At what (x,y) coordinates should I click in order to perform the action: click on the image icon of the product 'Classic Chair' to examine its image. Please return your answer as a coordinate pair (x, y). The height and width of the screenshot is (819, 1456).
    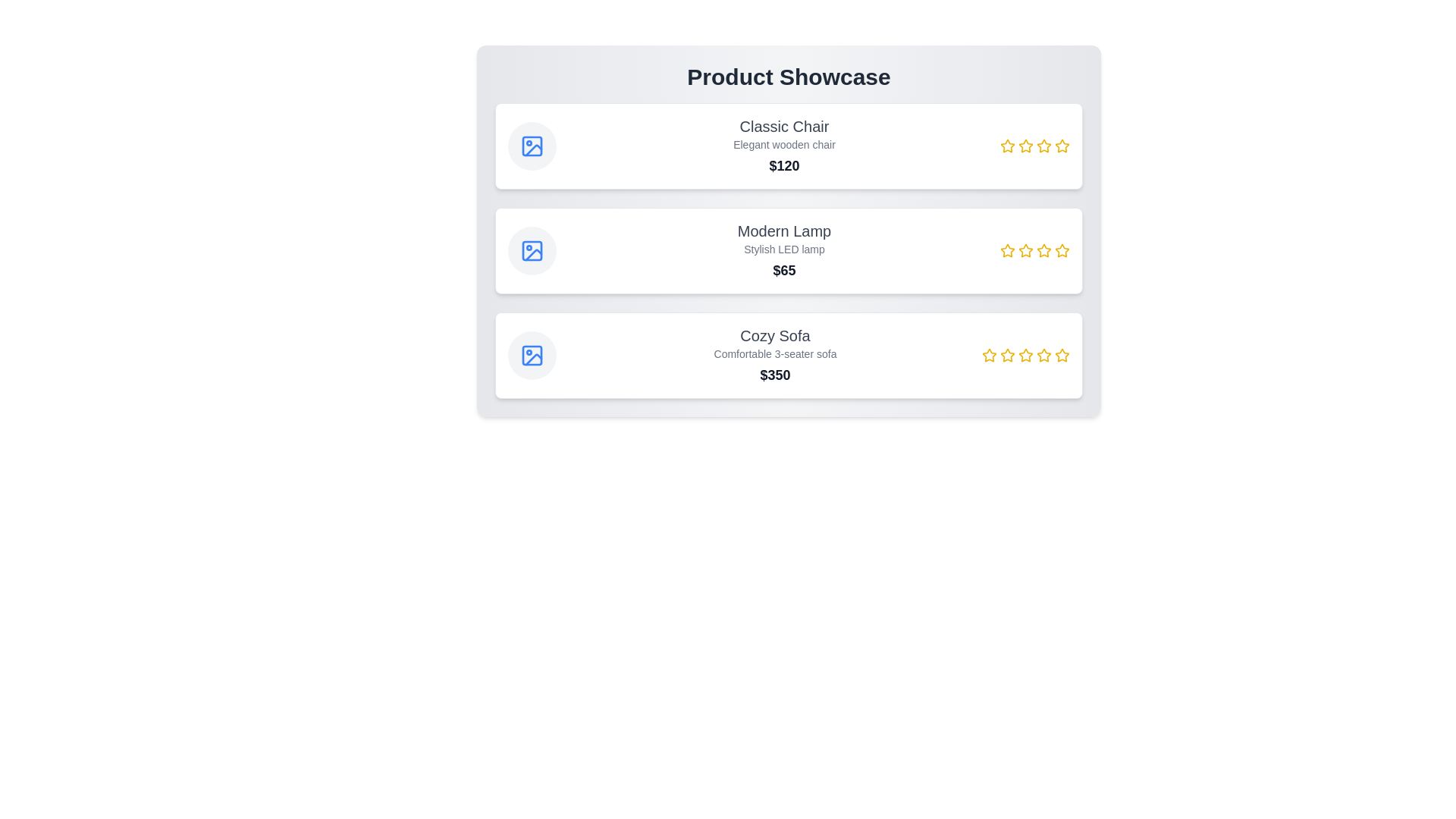
    Looking at the image, I should click on (532, 146).